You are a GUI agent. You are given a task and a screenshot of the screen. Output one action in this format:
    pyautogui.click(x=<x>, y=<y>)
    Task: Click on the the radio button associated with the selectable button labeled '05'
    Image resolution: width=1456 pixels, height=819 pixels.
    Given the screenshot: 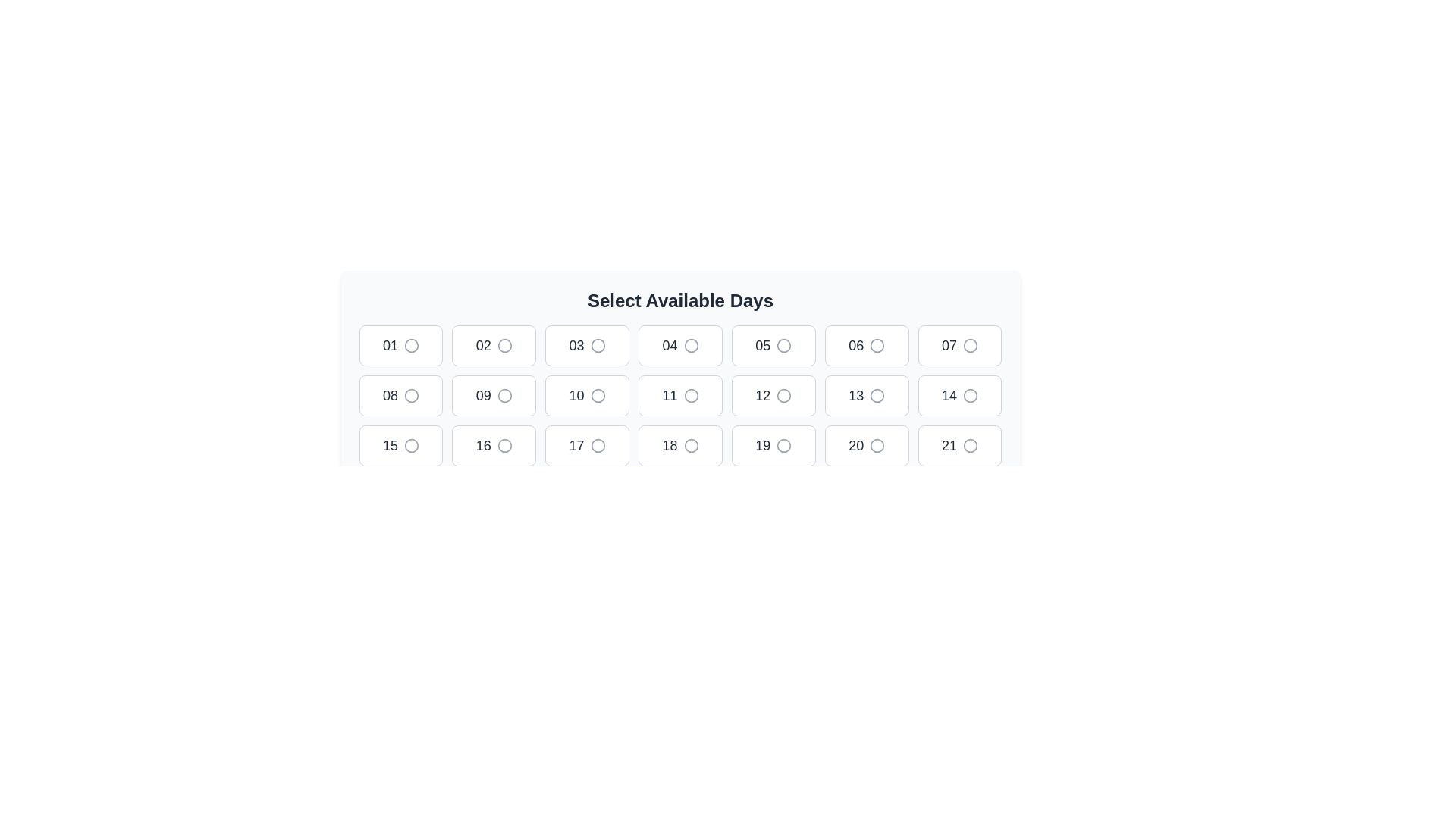 What is the action you would take?
    pyautogui.click(x=773, y=345)
    